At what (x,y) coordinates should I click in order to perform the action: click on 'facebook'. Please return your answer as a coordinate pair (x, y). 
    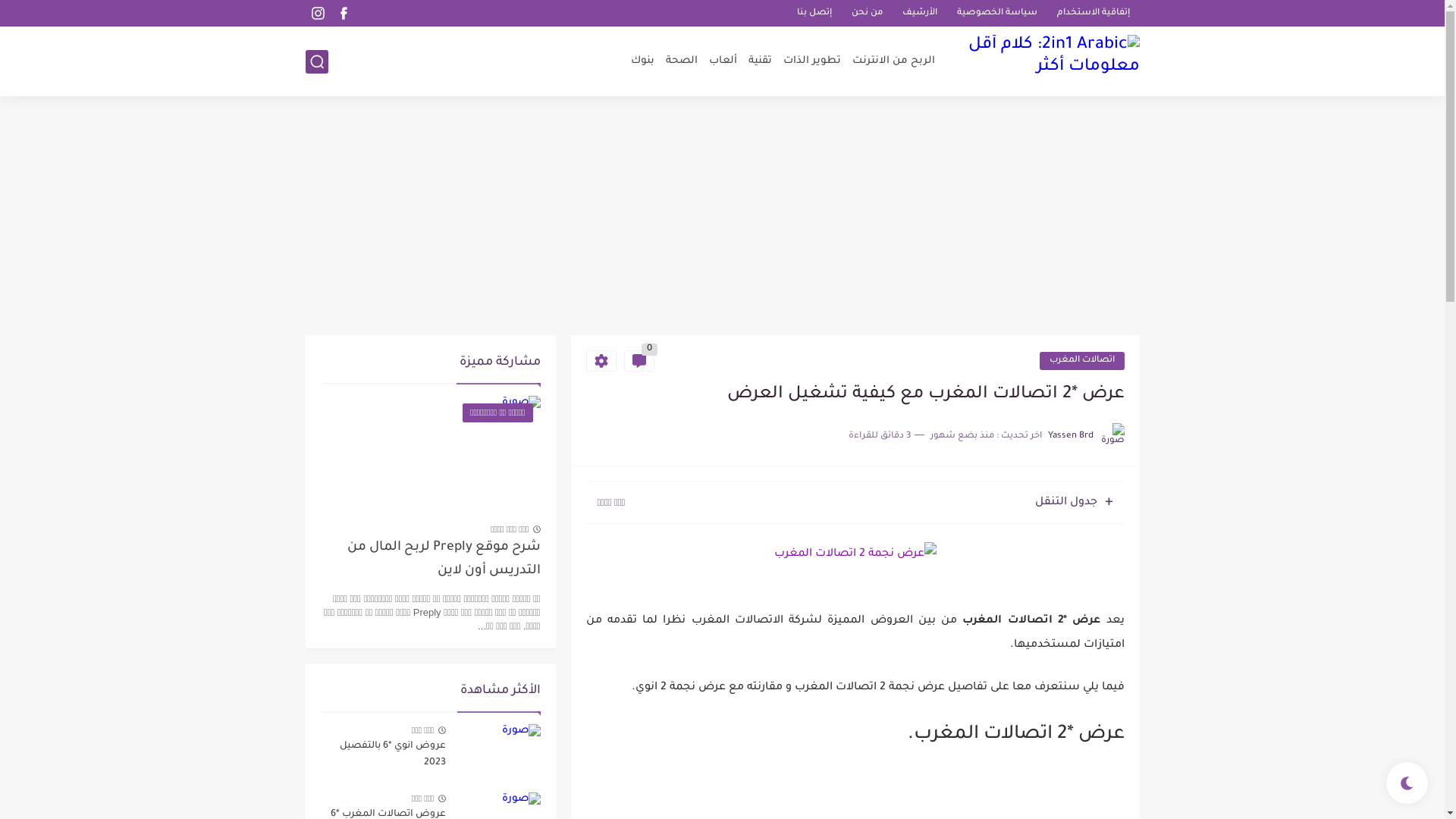
    Looking at the image, I should click on (344, 13).